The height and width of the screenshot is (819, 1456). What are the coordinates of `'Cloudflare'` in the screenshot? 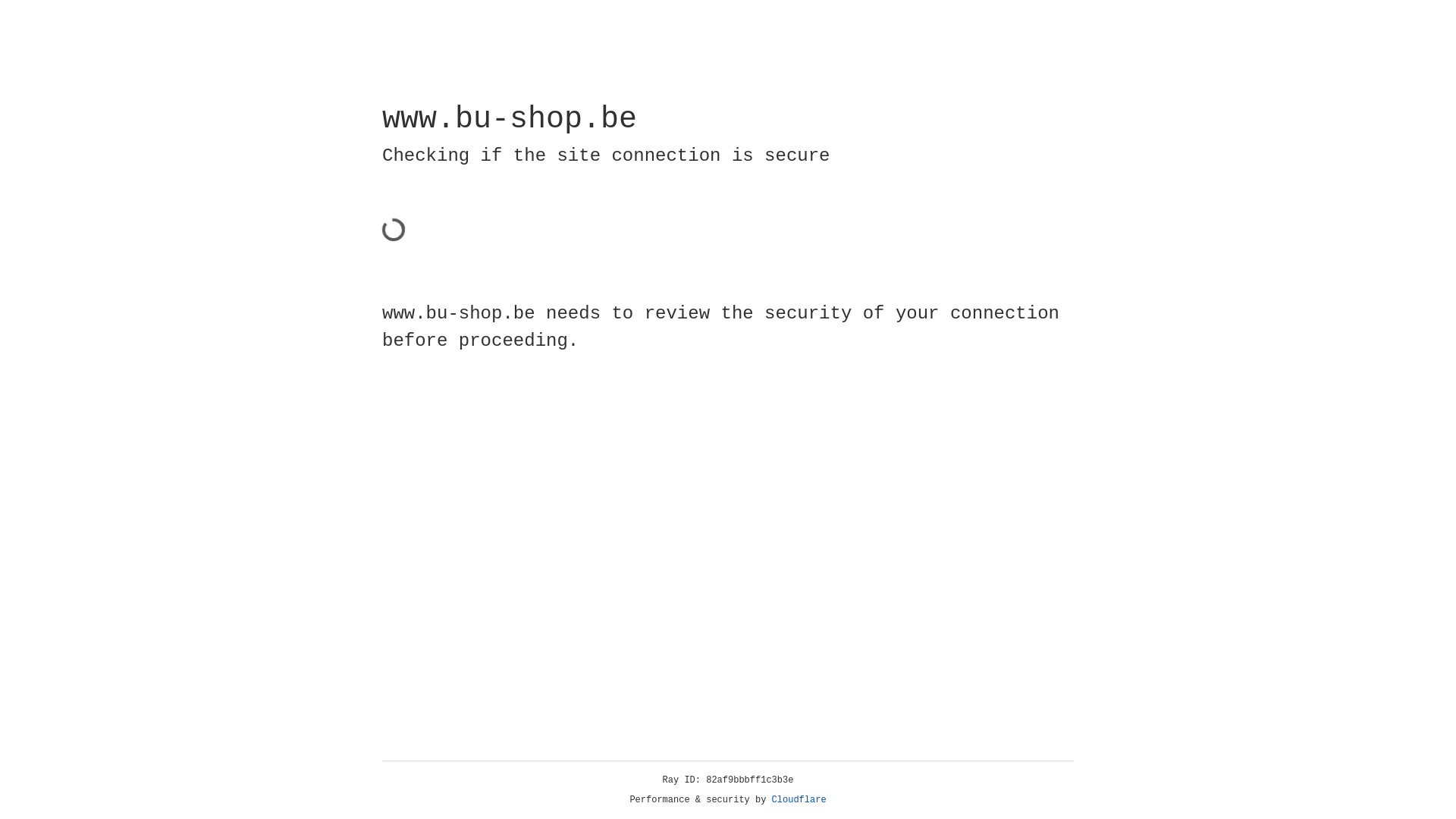 It's located at (799, 799).